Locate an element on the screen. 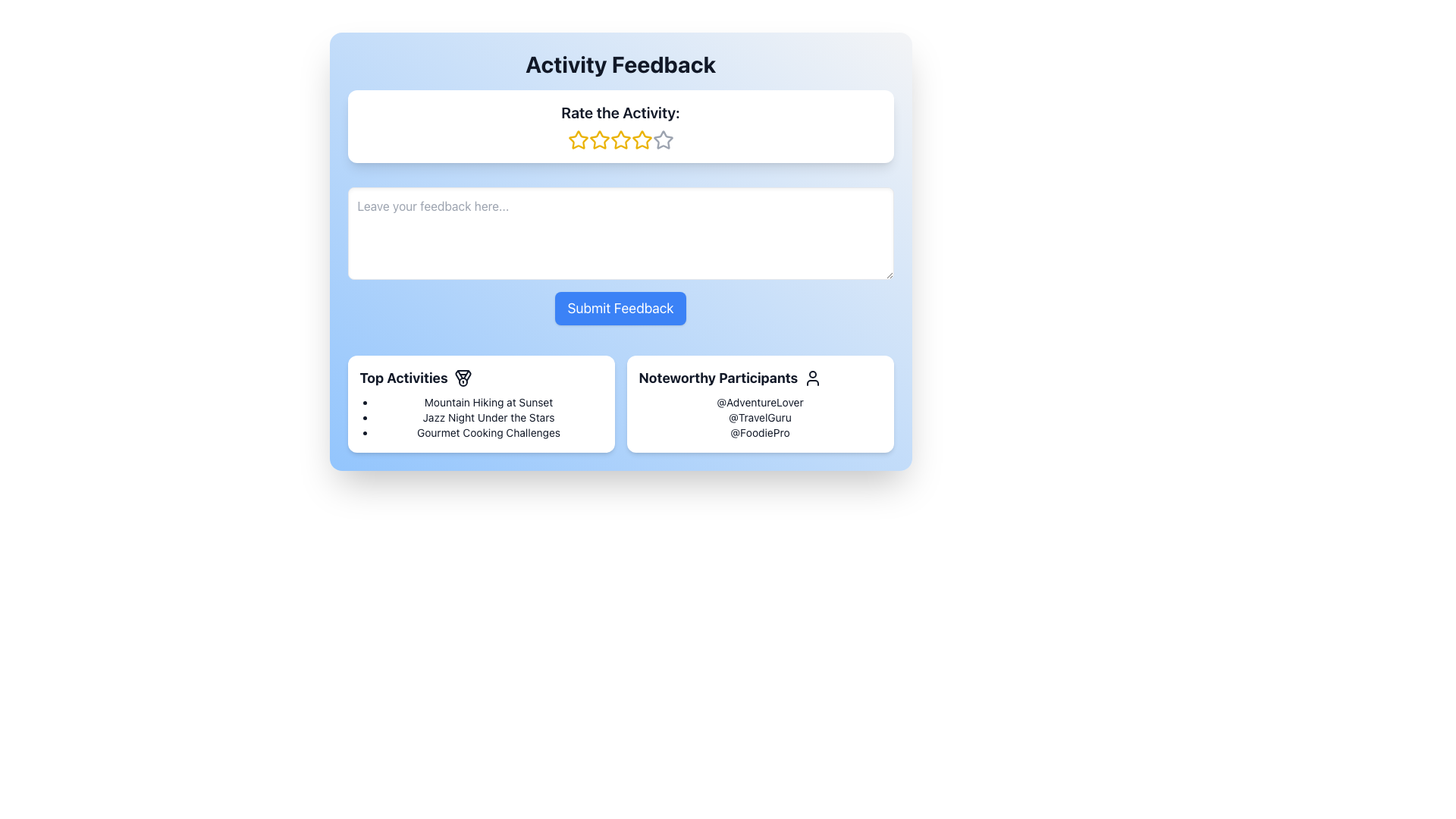  the decorative graphic (SVG) located to the left of the 'Top Activities' text label in the bottom-left card of the layout interface is located at coordinates (462, 375).